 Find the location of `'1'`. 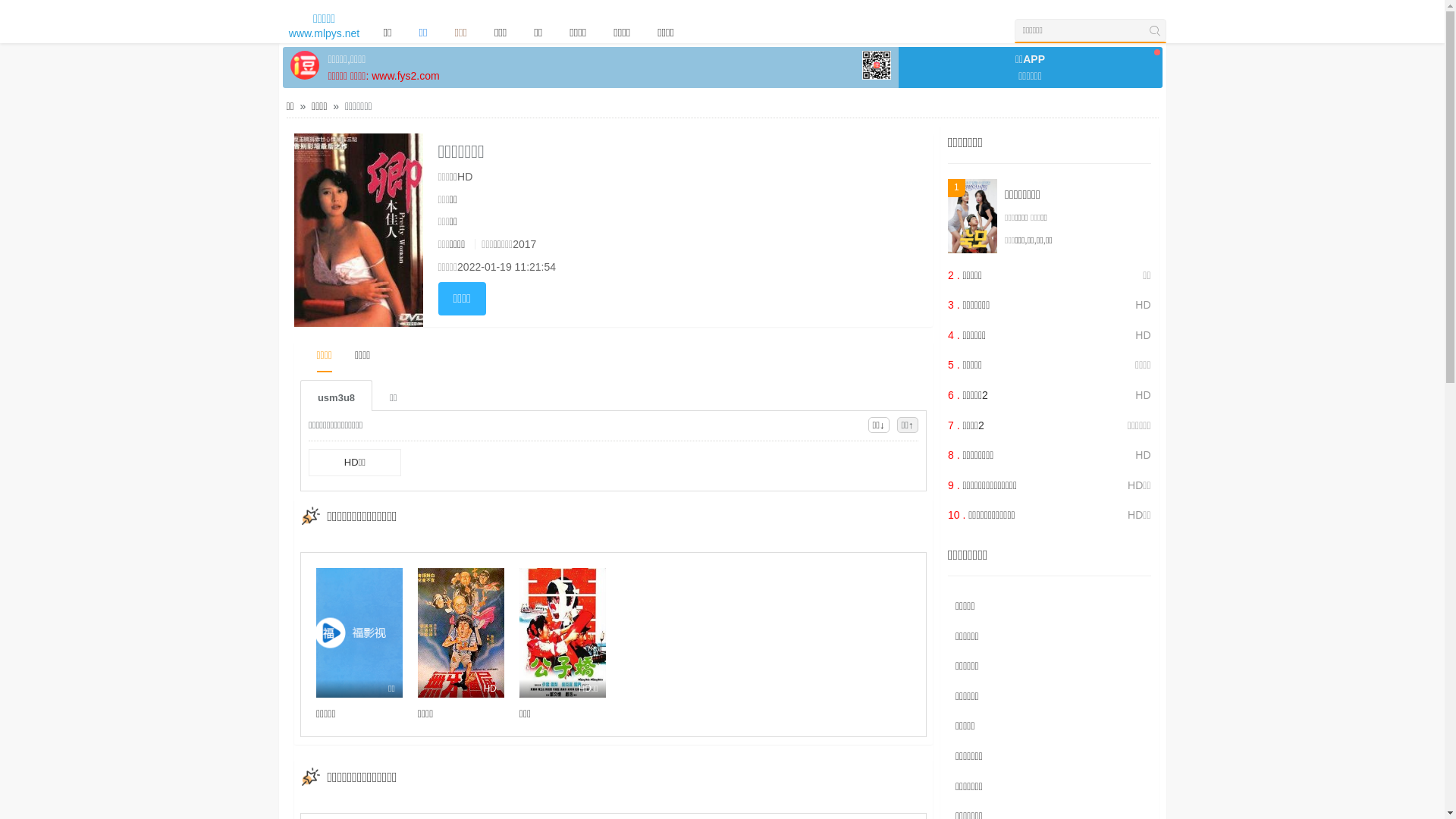

'1' is located at coordinates (972, 216).